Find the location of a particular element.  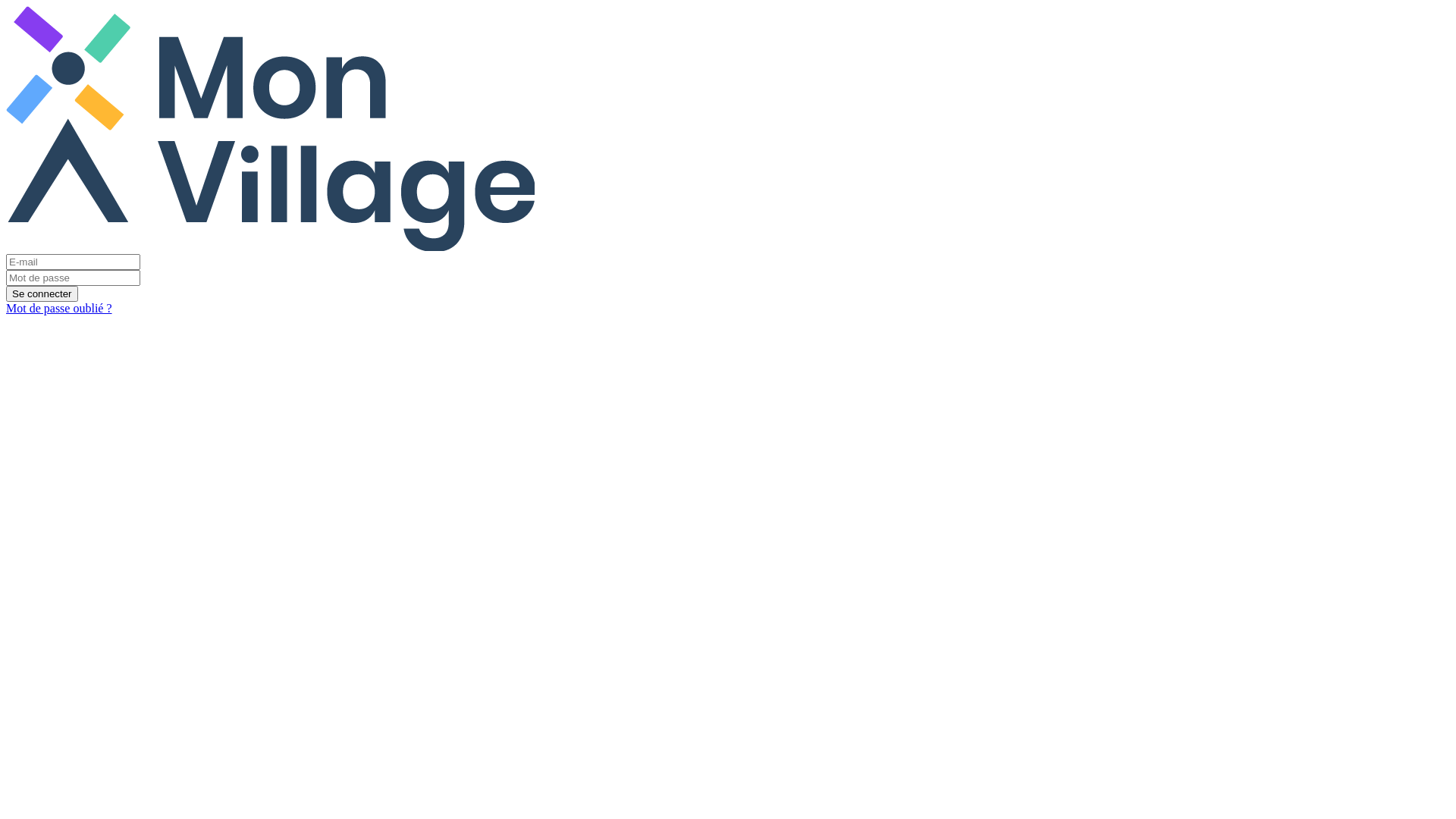

'Se connecter' is located at coordinates (42, 293).